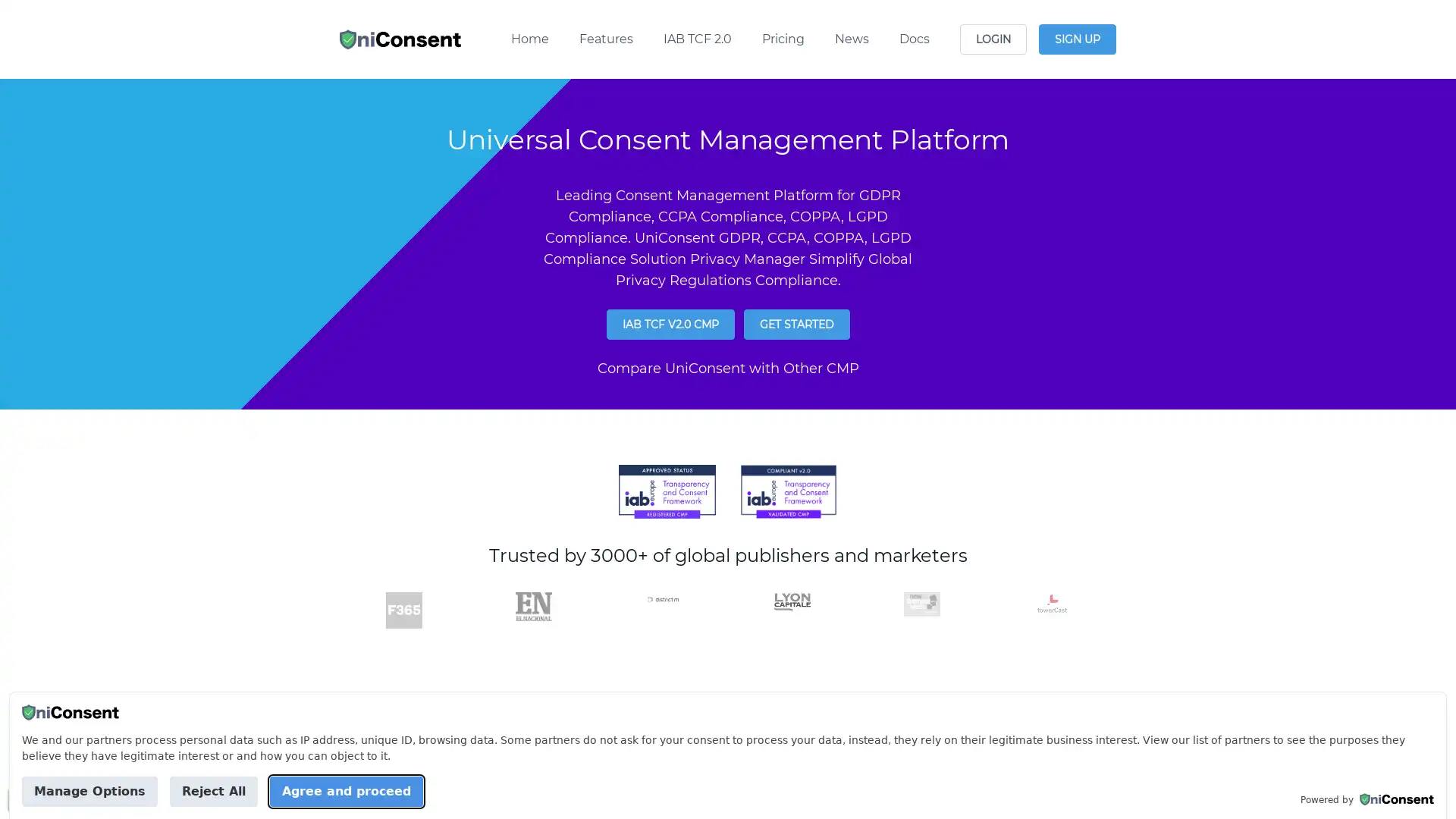 The width and height of the screenshot is (1456, 819). Describe the element at coordinates (345, 791) in the screenshot. I see `Agree and proceed` at that location.